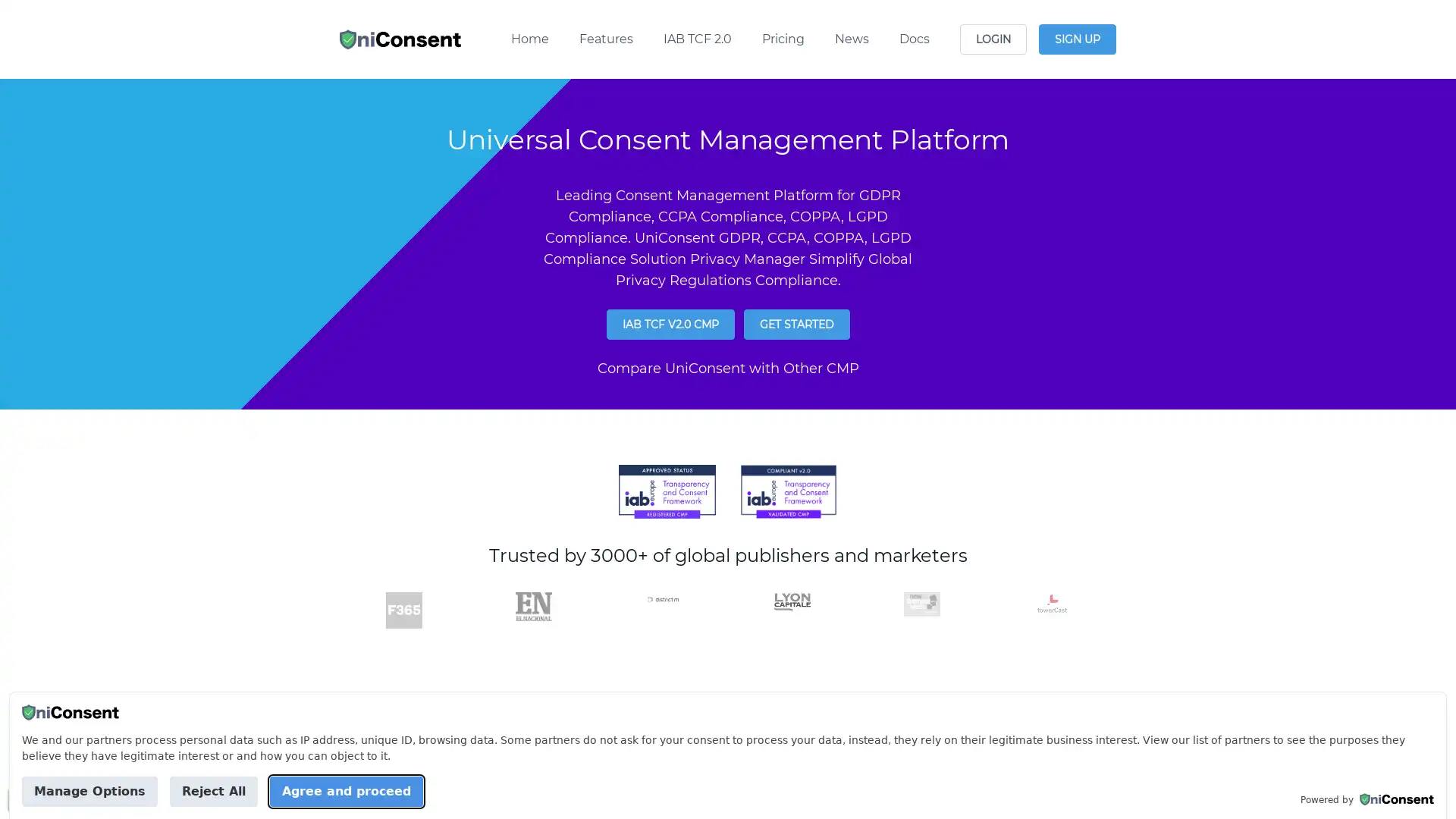 The width and height of the screenshot is (1456, 819). Describe the element at coordinates (345, 791) in the screenshot. I see `Agree and proceed` at that location.